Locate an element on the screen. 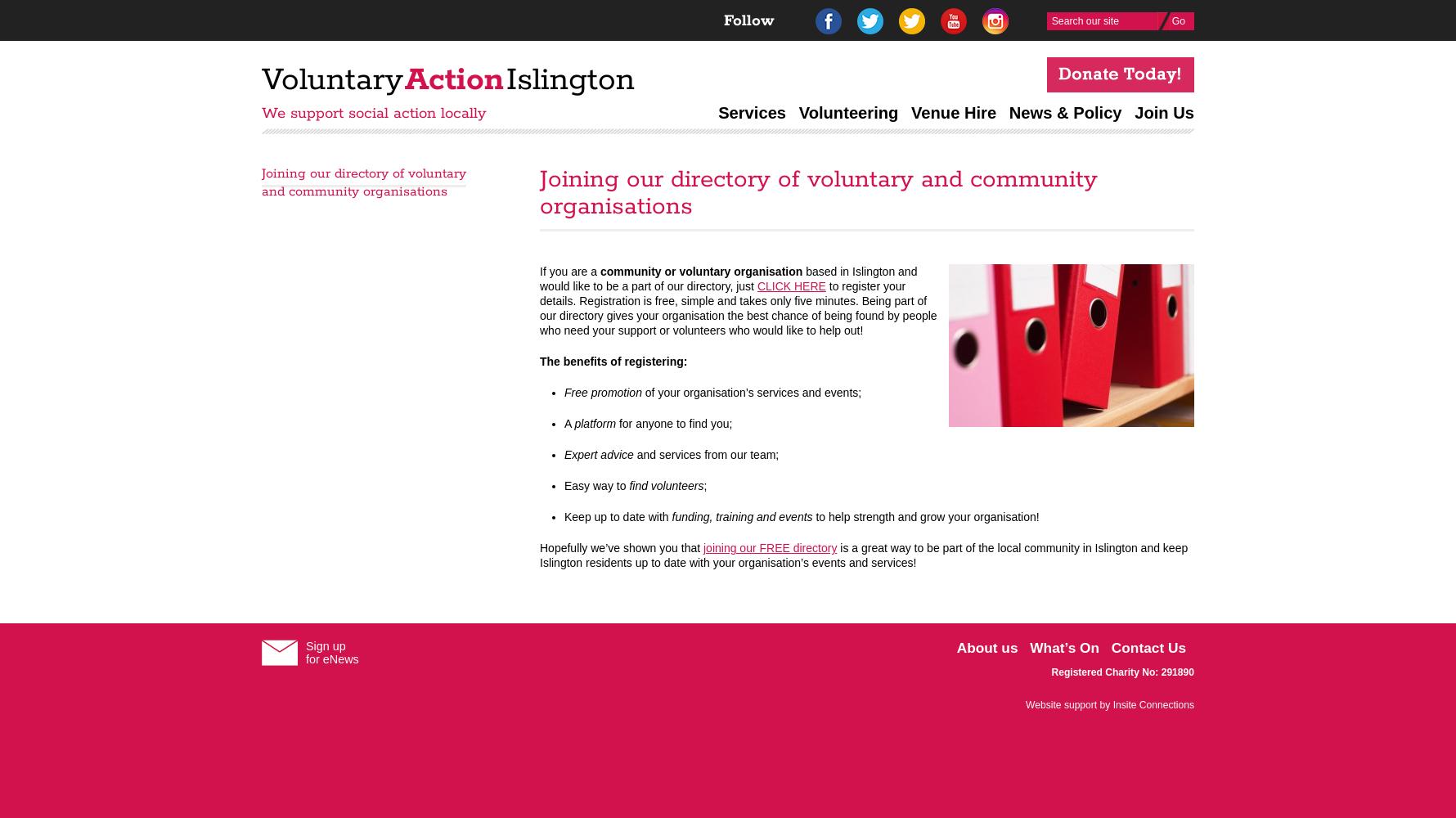 The width and height of the screenshot is (1456, 818). 'of your organisation’s services and events;' is located at coordinates (751, 392).